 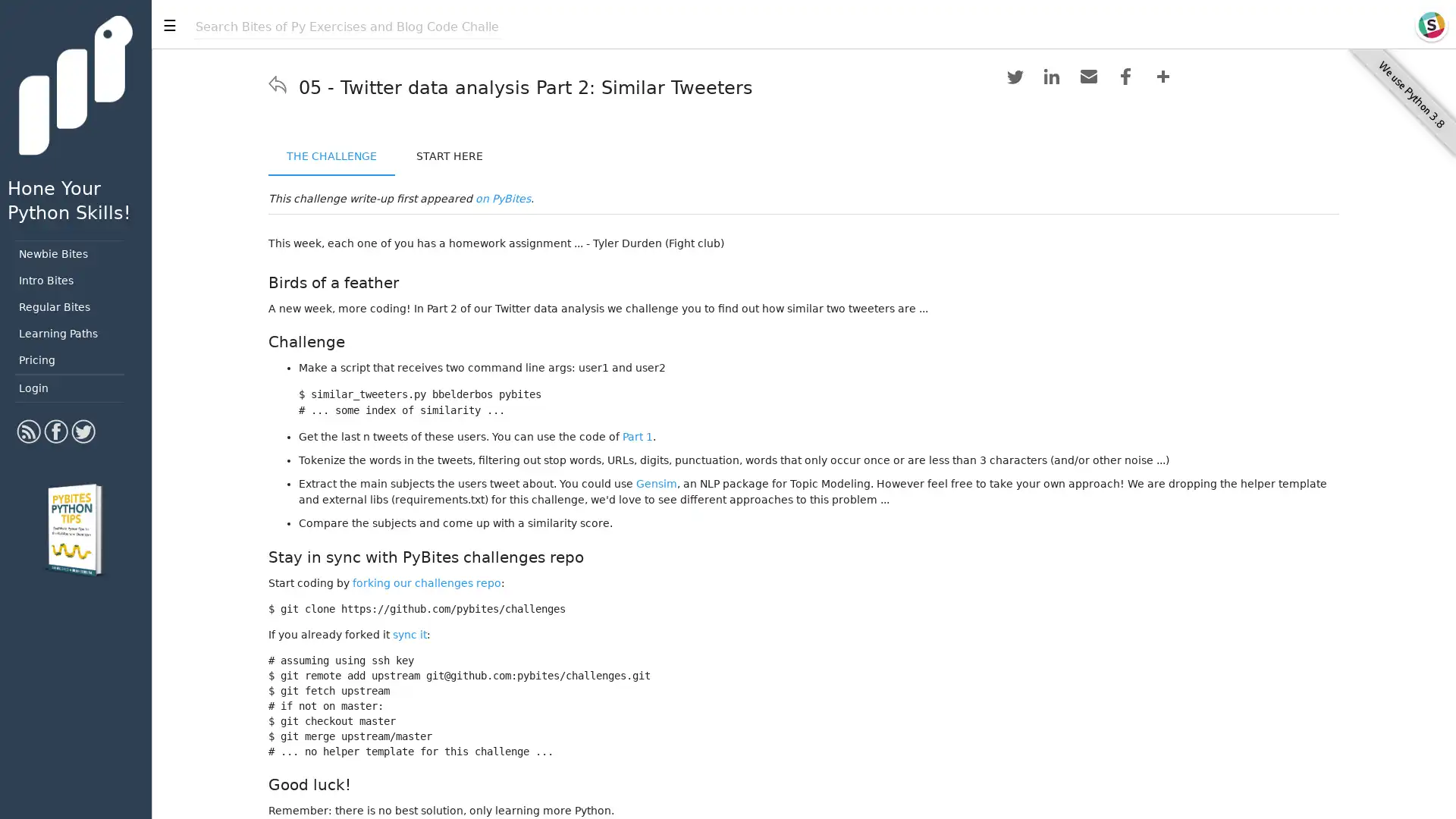 I want to click on Slack icon, so click(x=1430, y=25).